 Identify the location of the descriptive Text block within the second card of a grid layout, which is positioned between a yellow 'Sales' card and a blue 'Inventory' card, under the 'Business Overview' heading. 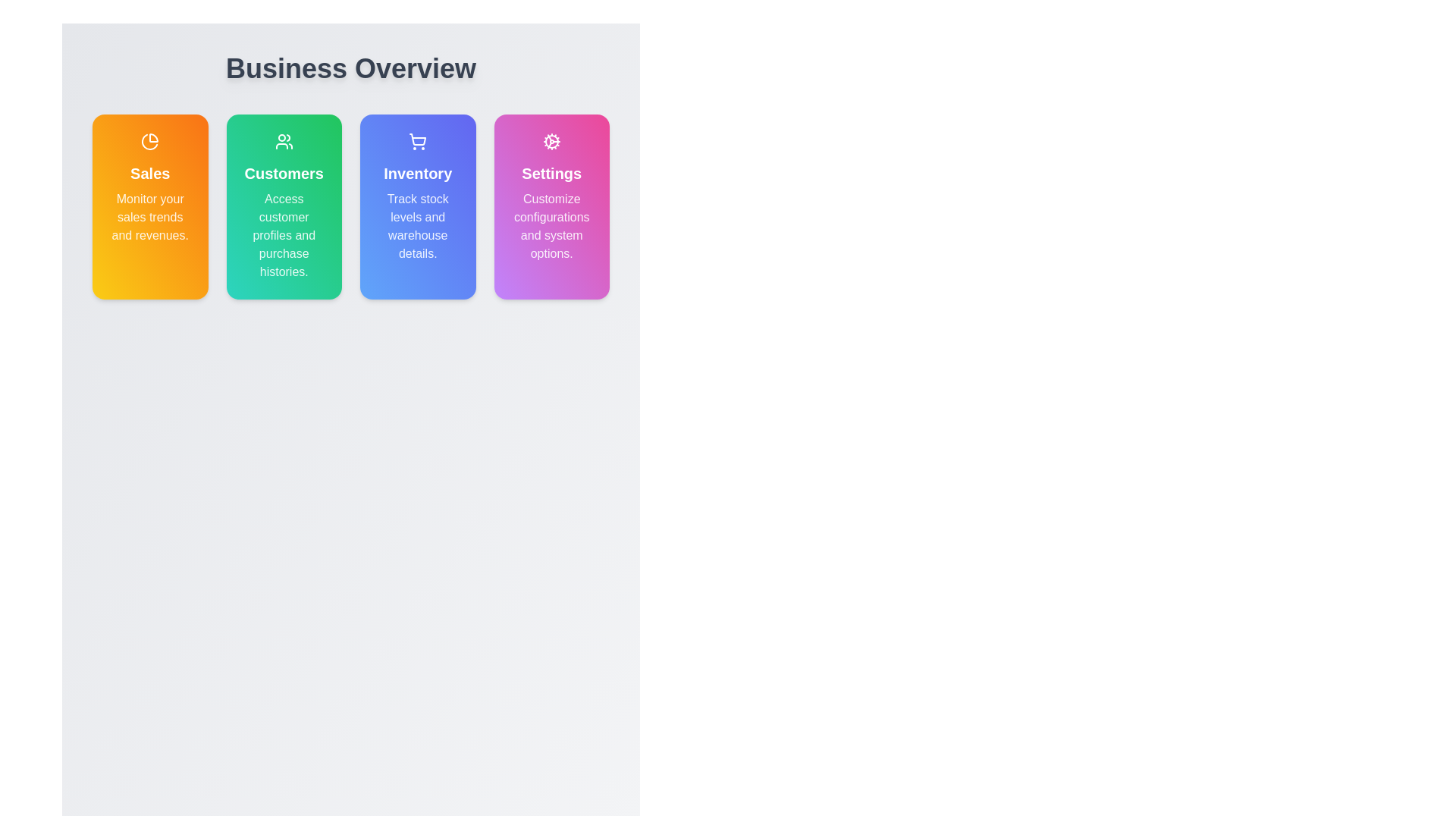
(284, 207).